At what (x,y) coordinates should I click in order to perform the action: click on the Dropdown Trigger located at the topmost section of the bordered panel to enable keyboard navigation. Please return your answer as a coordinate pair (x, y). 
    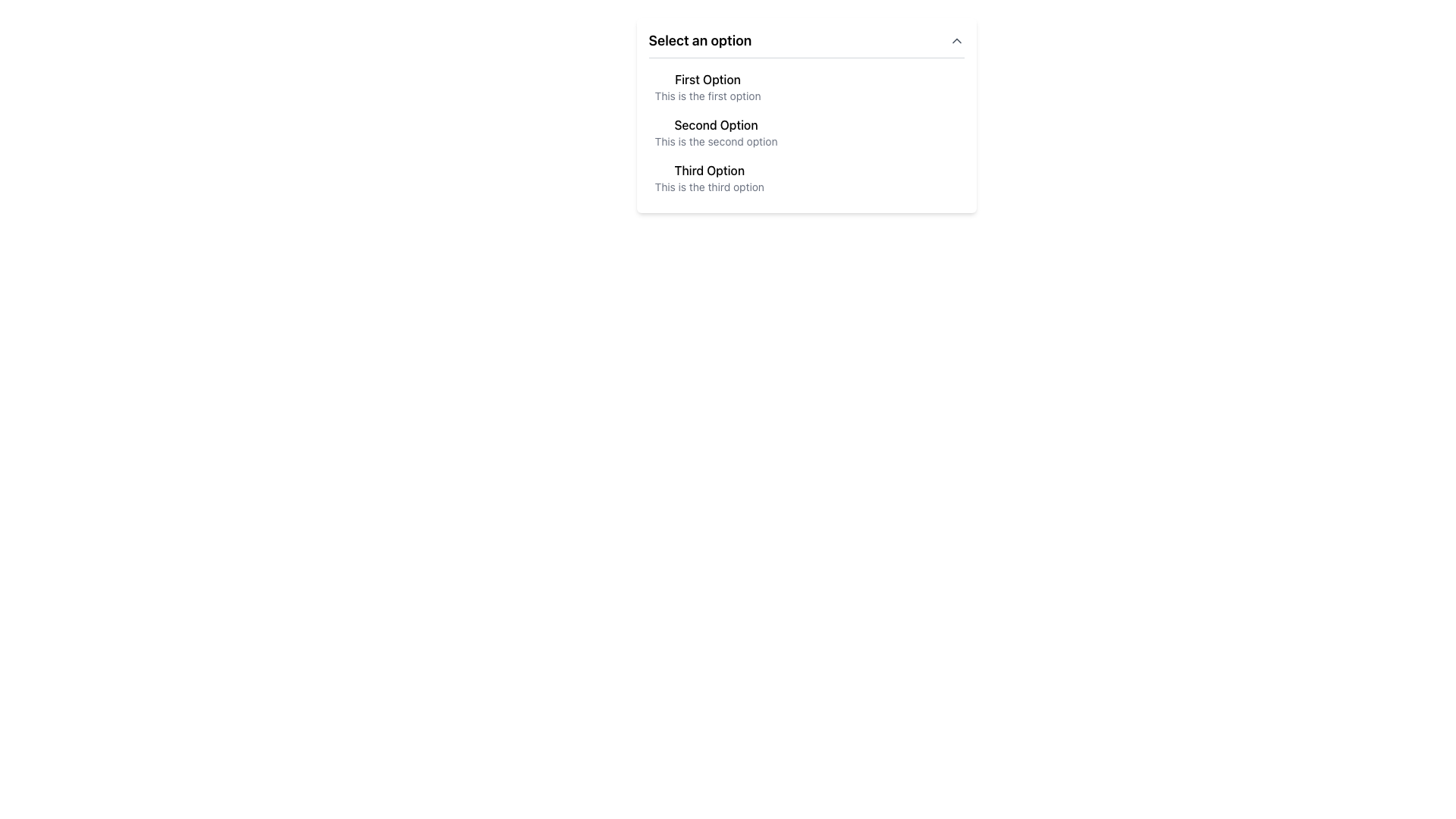
    Looking at the image, I should click on (805, 40).